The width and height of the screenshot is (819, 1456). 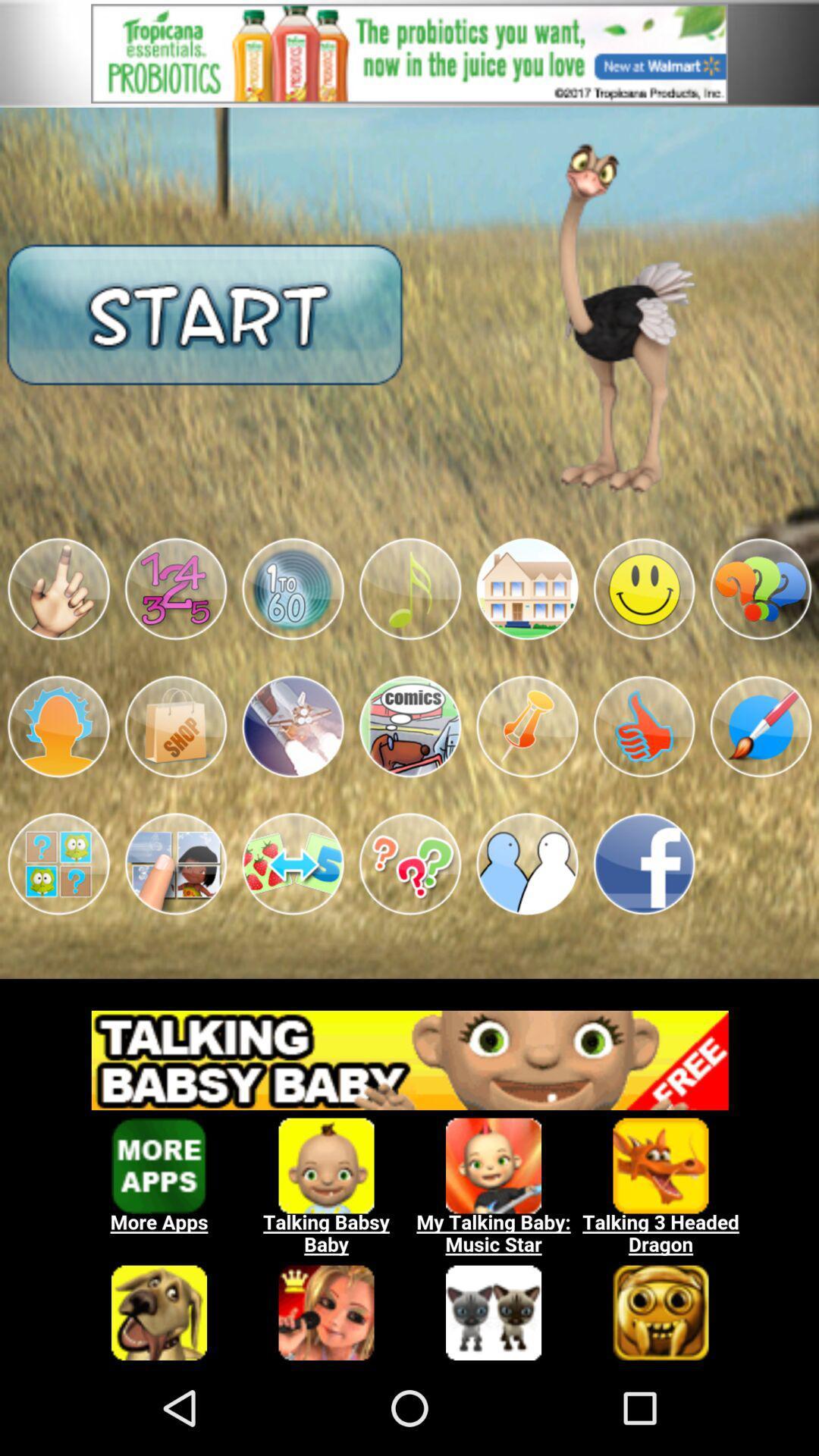 I want to click on like the article, so click(x=644, y=726).